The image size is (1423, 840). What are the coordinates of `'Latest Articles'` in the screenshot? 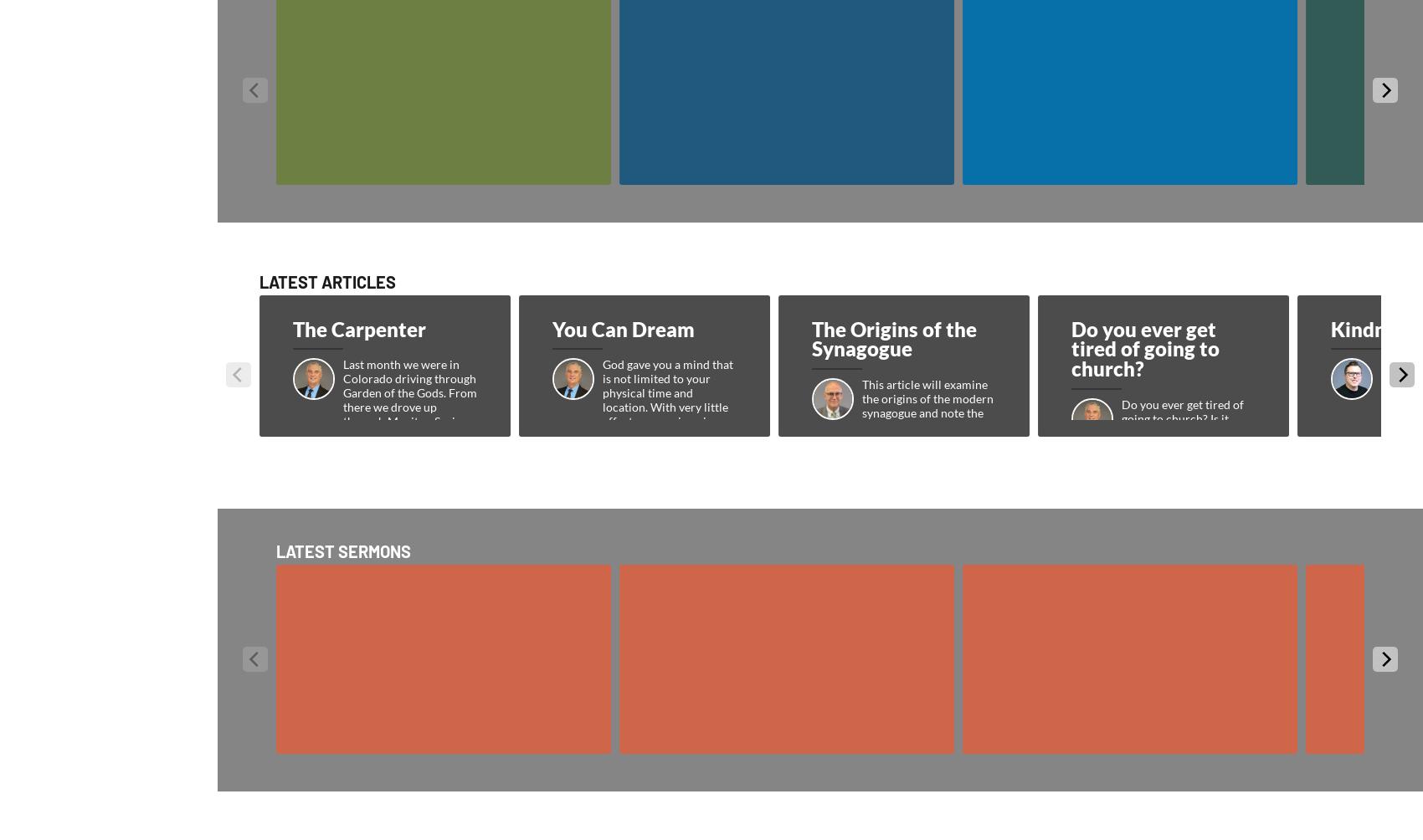 It's located at (259, 281).